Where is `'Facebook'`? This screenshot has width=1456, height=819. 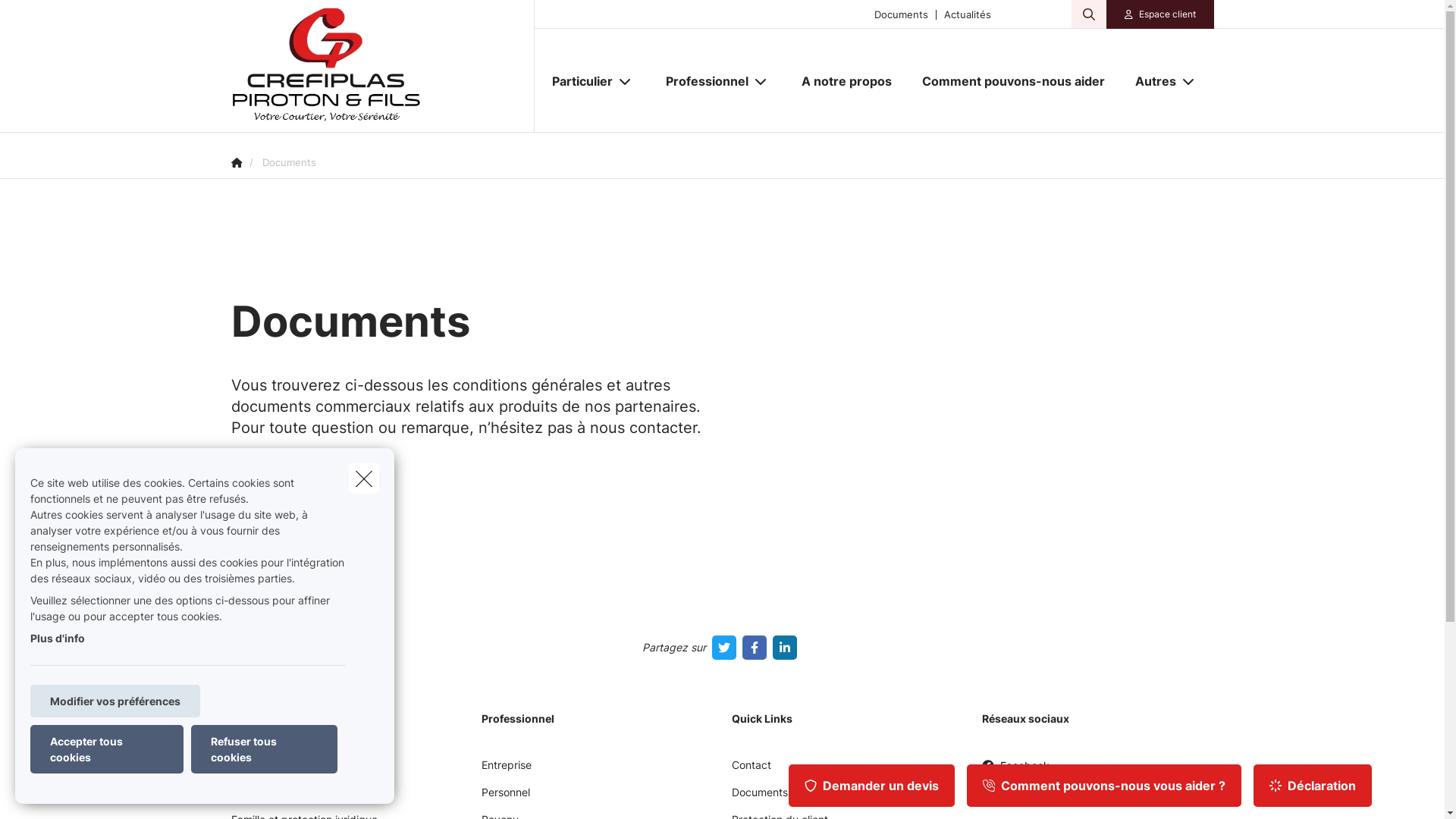
'Facebook' is located at coordinates (981, 771).